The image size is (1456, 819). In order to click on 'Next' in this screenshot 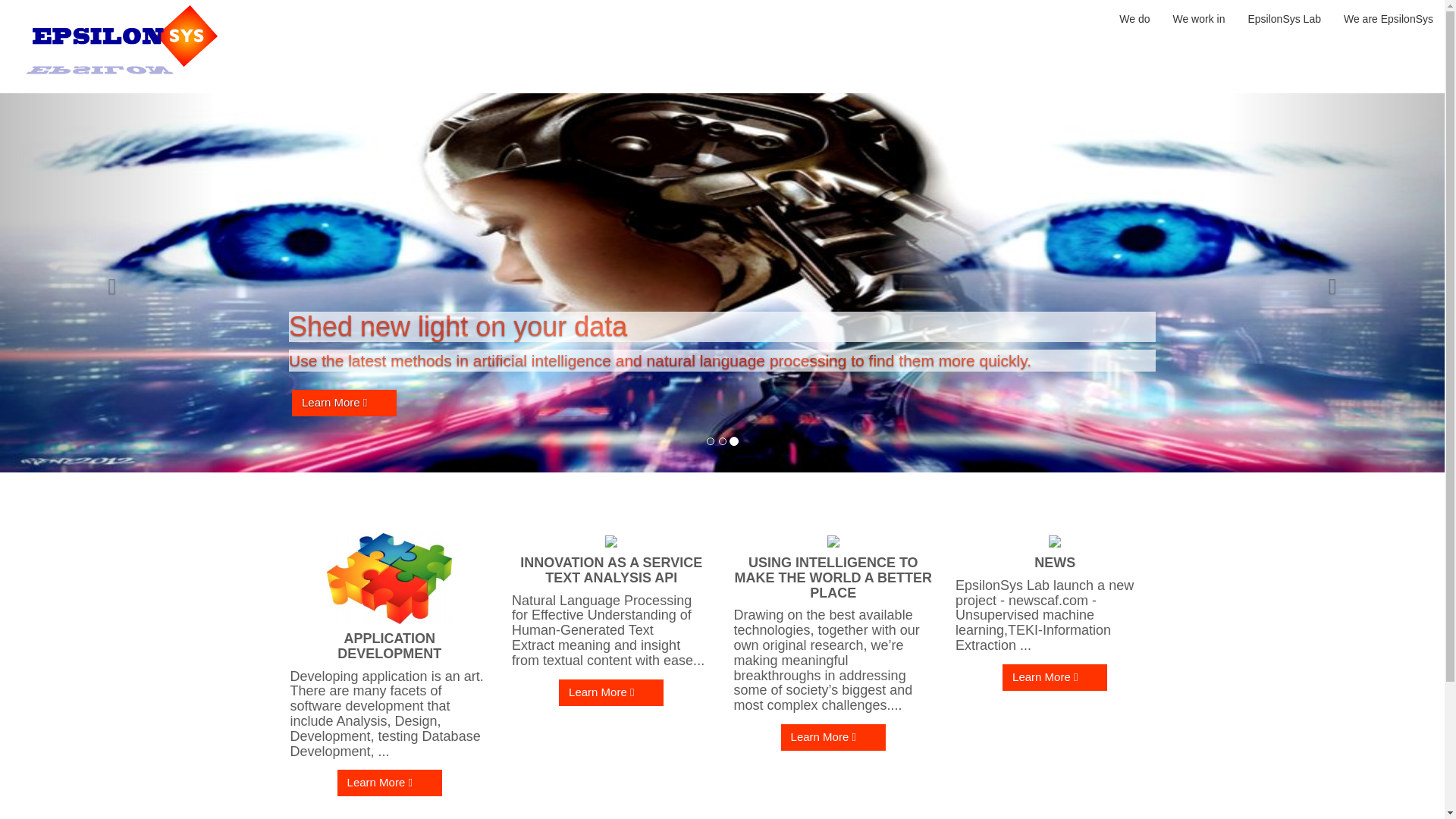, I will do `click(1335, 283)`.